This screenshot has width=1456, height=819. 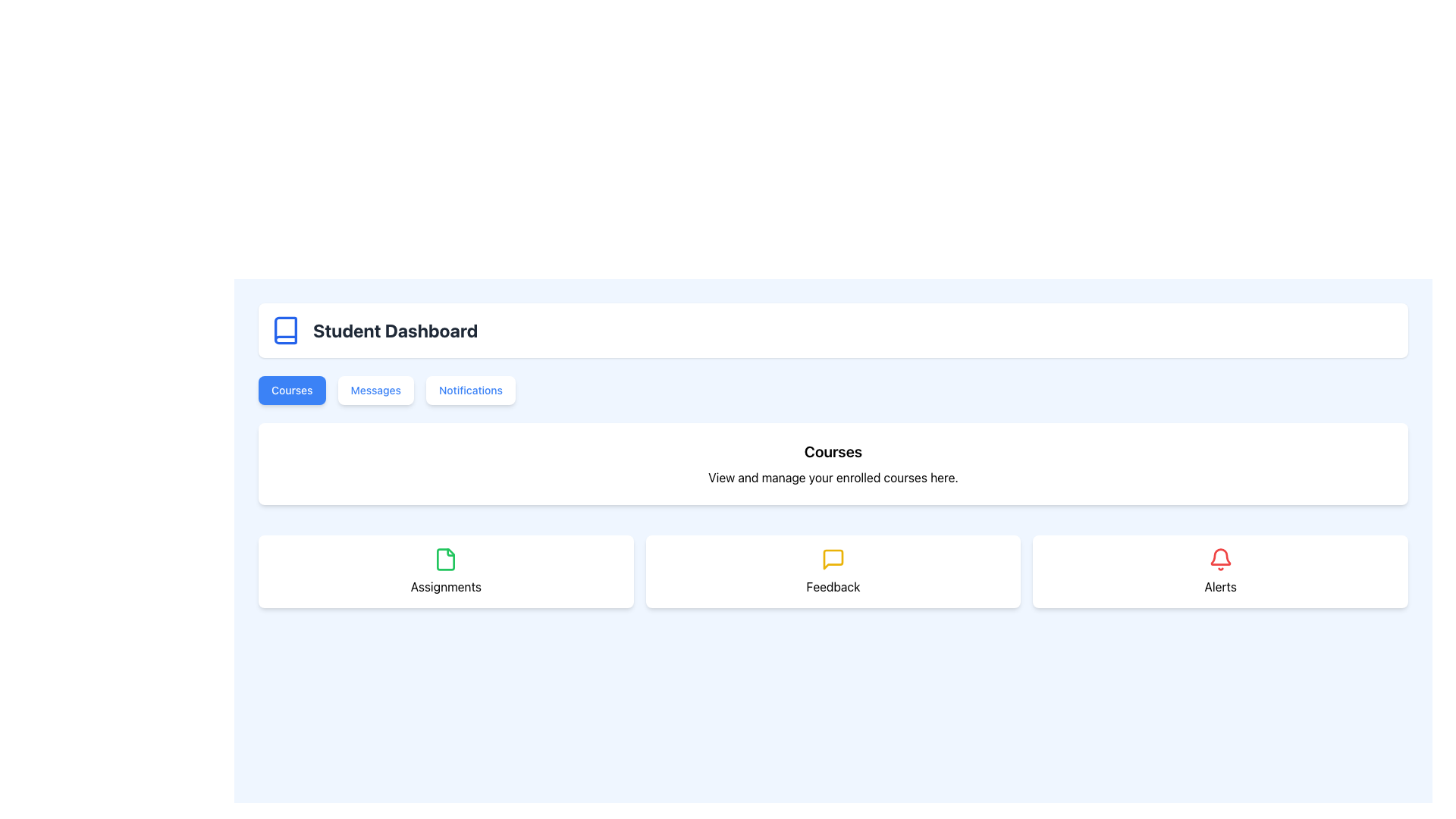 I want to click on the blue button labeled 'Courses' to observe the hover effects, so click(x=292, y=390).